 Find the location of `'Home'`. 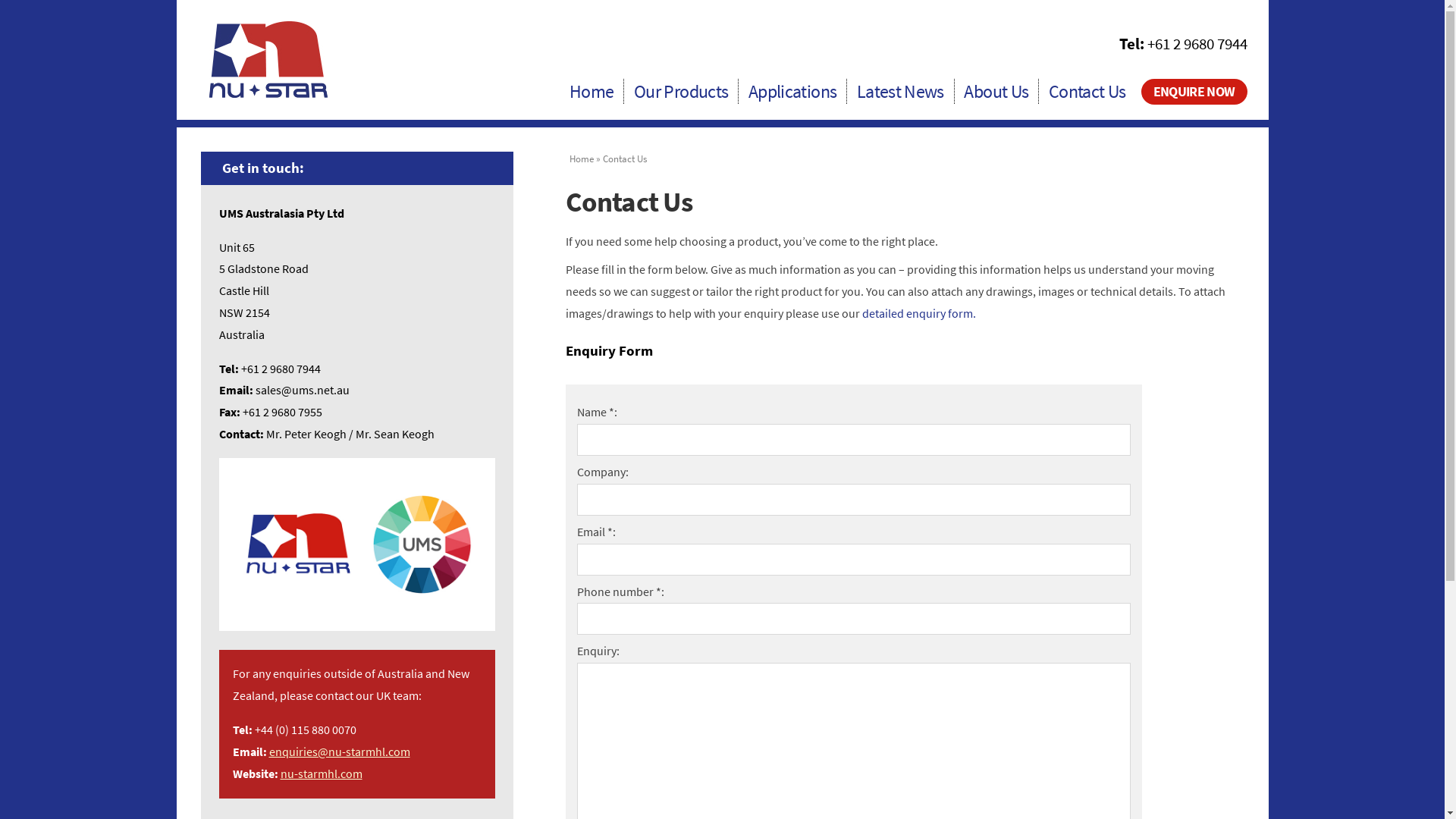

'Home' is located at coordinates (581, 158).